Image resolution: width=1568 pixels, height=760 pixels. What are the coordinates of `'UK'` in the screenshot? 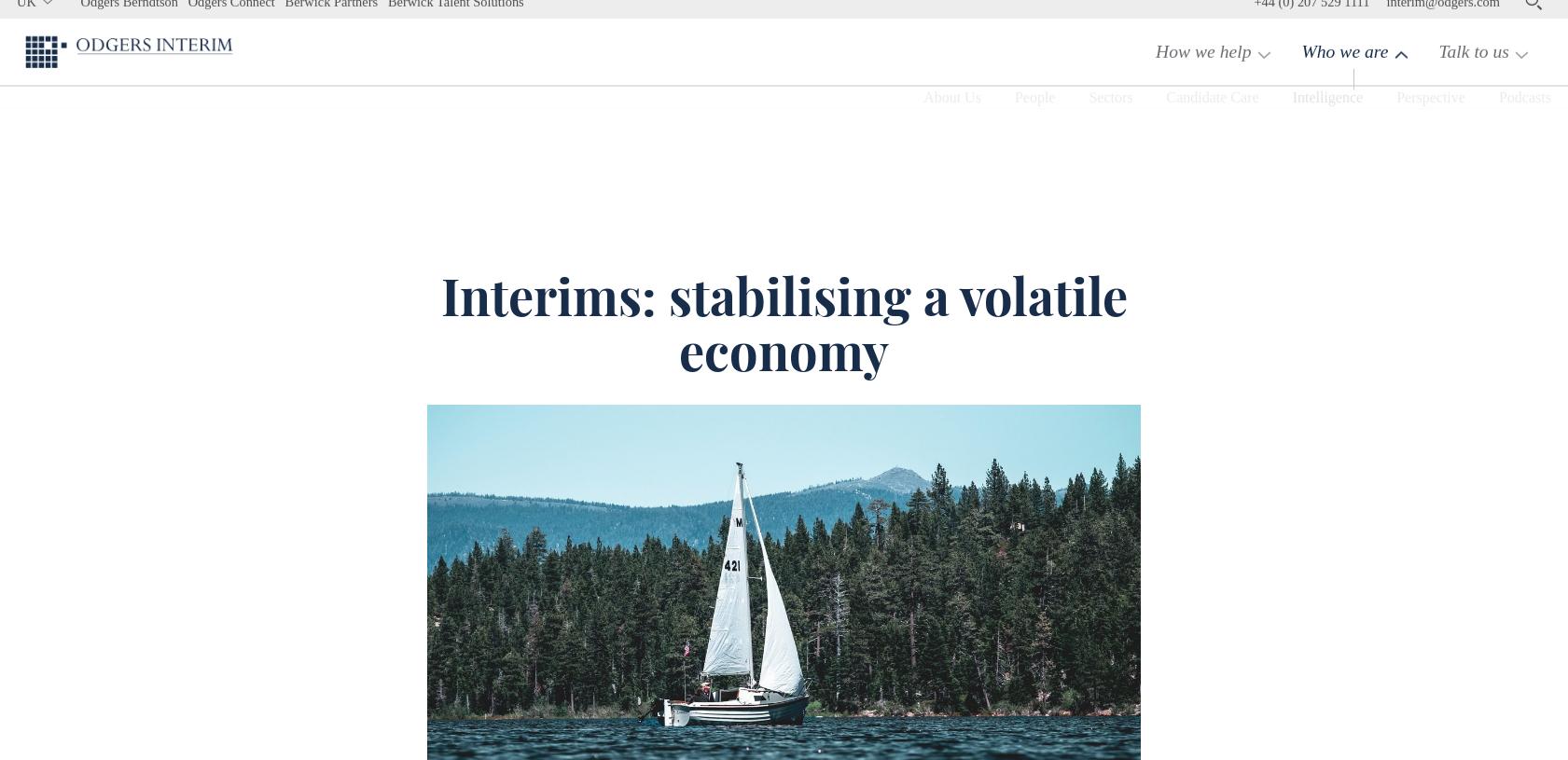 It's located at (25, 16).